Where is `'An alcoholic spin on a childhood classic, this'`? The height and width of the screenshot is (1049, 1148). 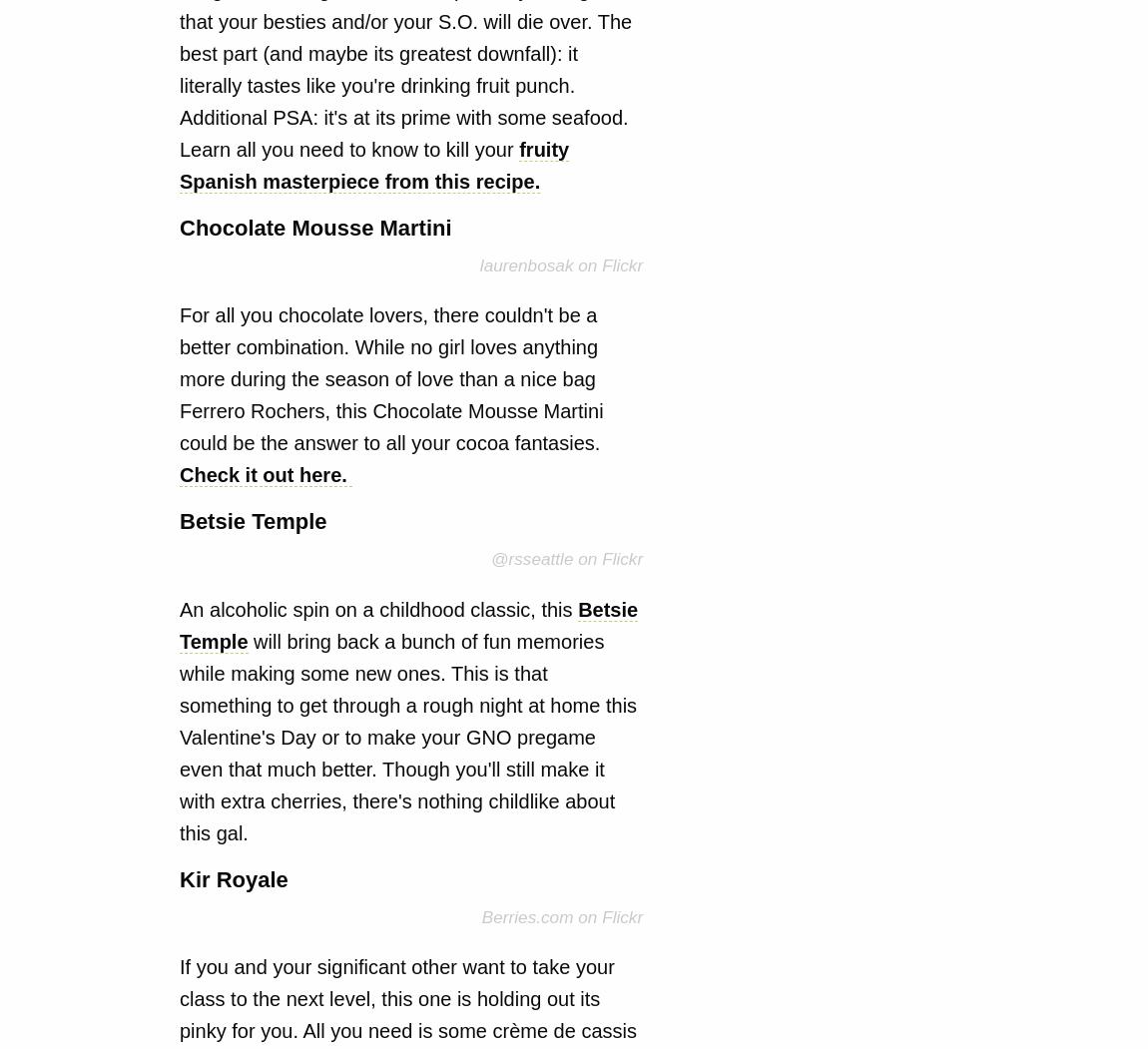
'An alcoholic spin on a childhood classic, this' is located at coordinates (378, 608).